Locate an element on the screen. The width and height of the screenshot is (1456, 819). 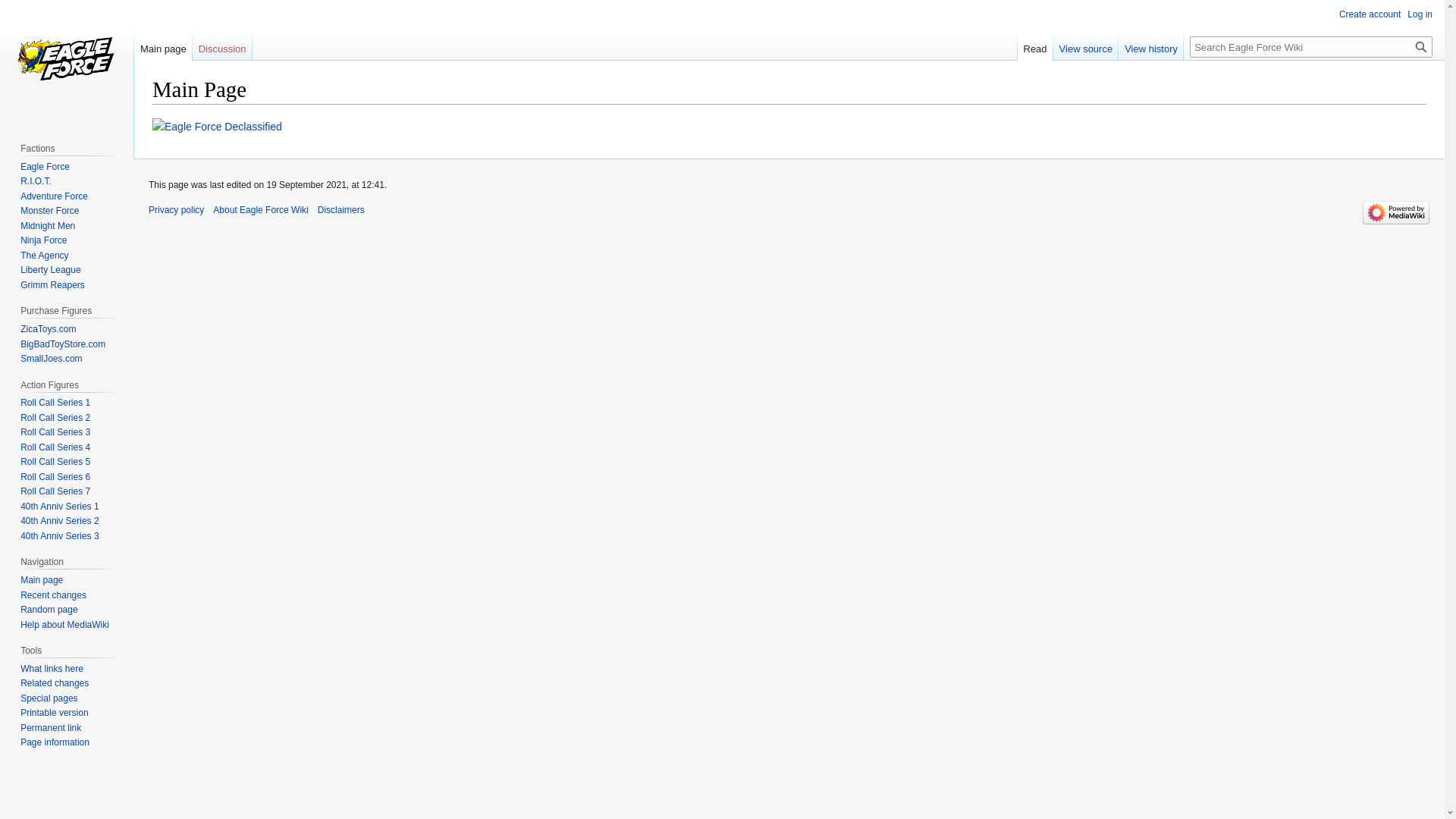
'Discussion' is located at coordinates (192, 45).